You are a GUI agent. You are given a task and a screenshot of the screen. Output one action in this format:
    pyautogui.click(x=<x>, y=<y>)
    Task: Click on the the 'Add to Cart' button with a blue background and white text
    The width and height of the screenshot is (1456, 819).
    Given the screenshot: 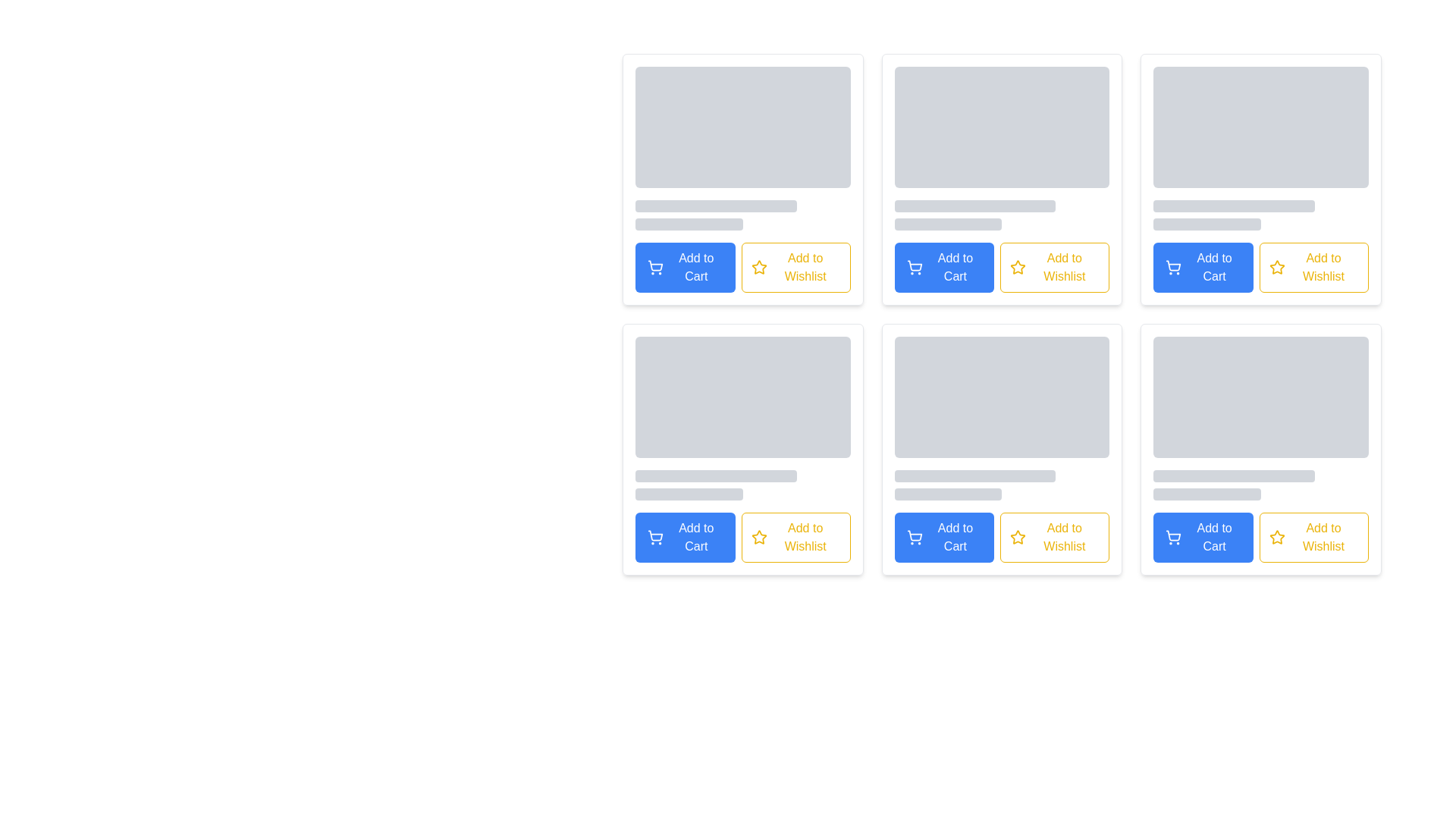 What is the action you would take?
    pyautogui.click(x=943, y=537)
    